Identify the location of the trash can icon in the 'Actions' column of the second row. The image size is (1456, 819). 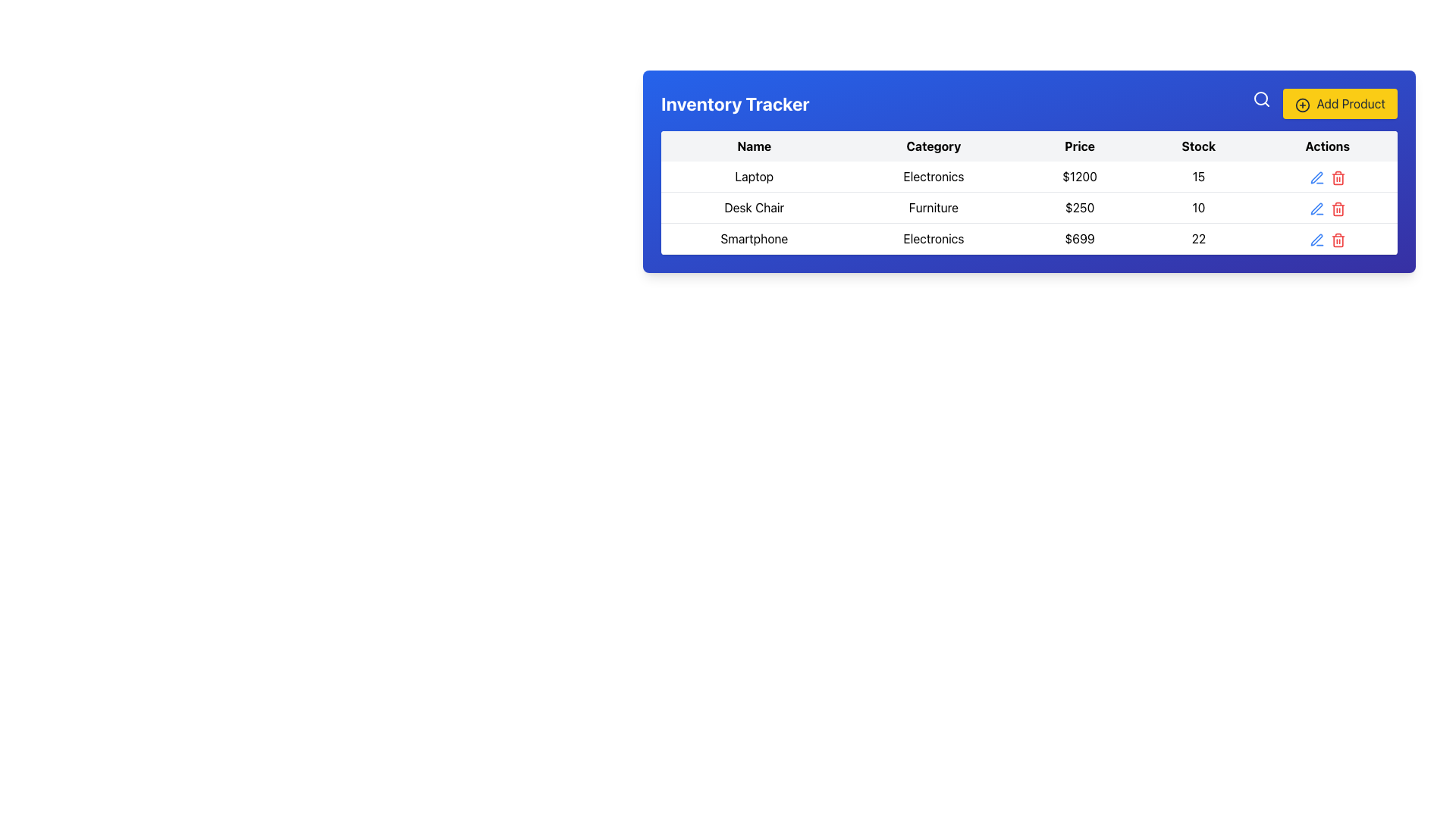
(1326, 207).